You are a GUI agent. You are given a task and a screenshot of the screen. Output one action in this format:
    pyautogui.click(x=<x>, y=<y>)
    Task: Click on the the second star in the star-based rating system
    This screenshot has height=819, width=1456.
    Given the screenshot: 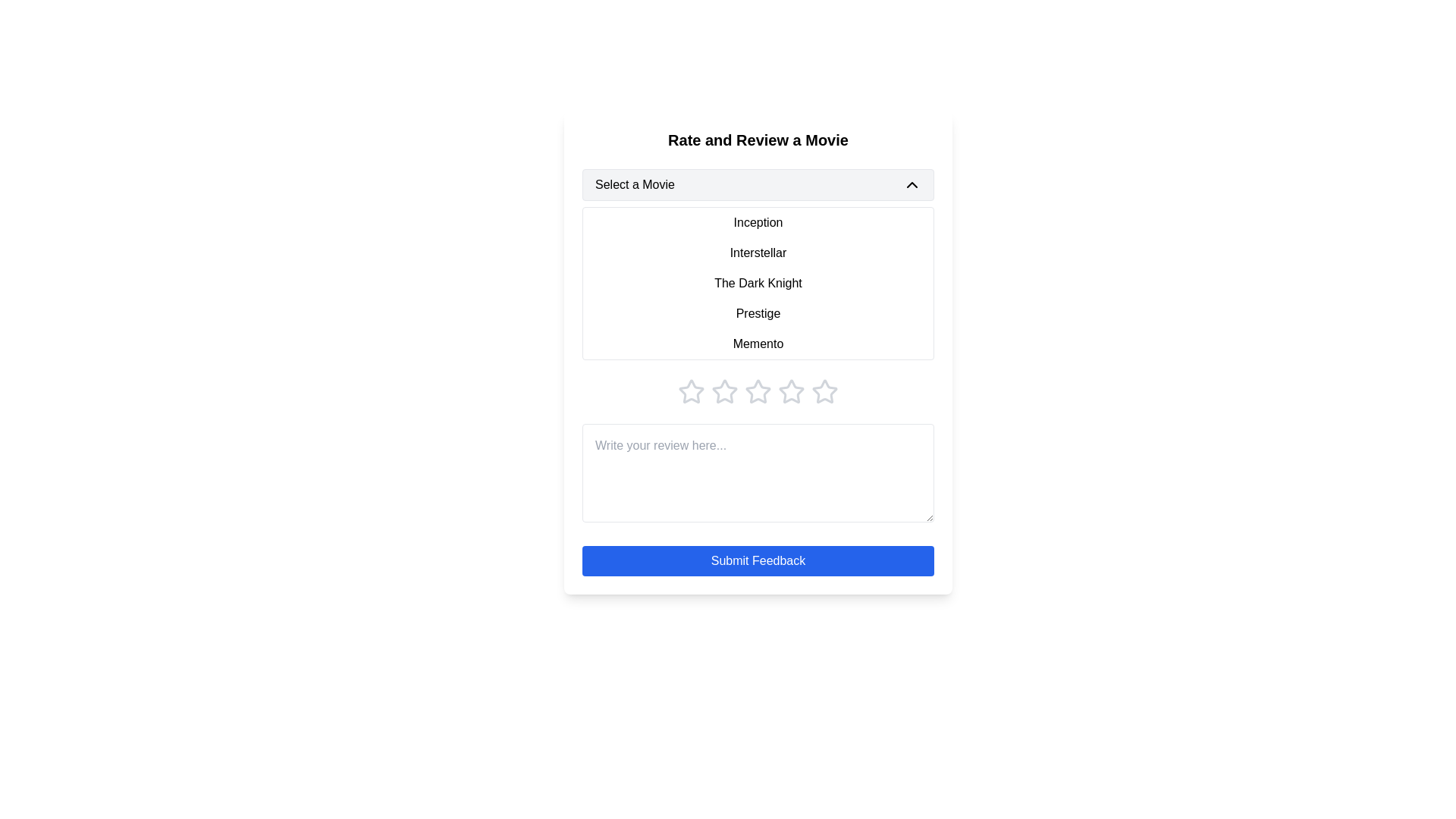 What is the action you would take?
    pyautogui.click(x=723, y=391)
    